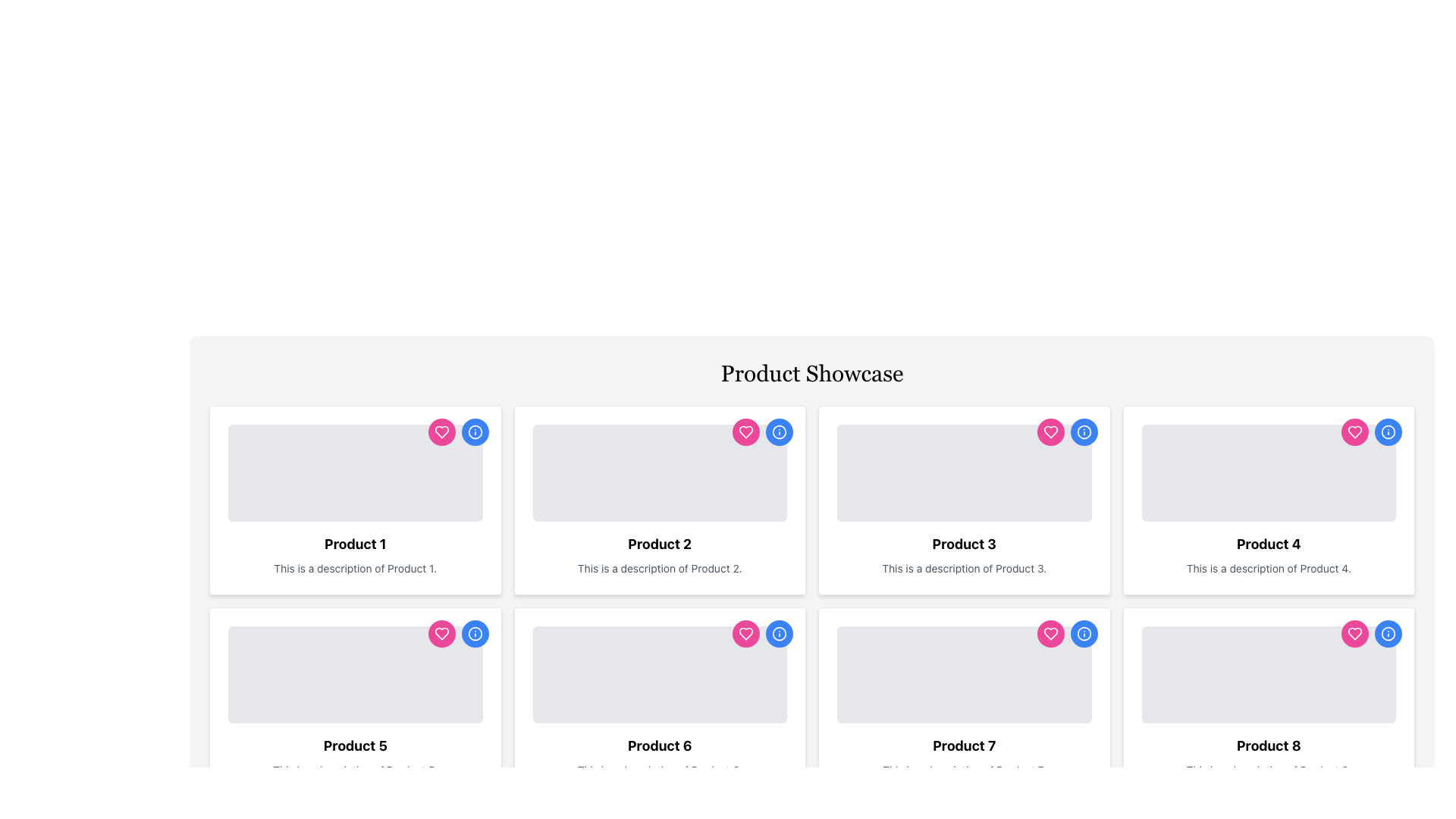 The height and width of the screenshot is (819, 1456). What do you see at coordinates (745, 634) in the screenshot?
I see `the left button in the top right corner of the card for 'Product 6' to mark it as a favorite` at bounding box center [745, 634].